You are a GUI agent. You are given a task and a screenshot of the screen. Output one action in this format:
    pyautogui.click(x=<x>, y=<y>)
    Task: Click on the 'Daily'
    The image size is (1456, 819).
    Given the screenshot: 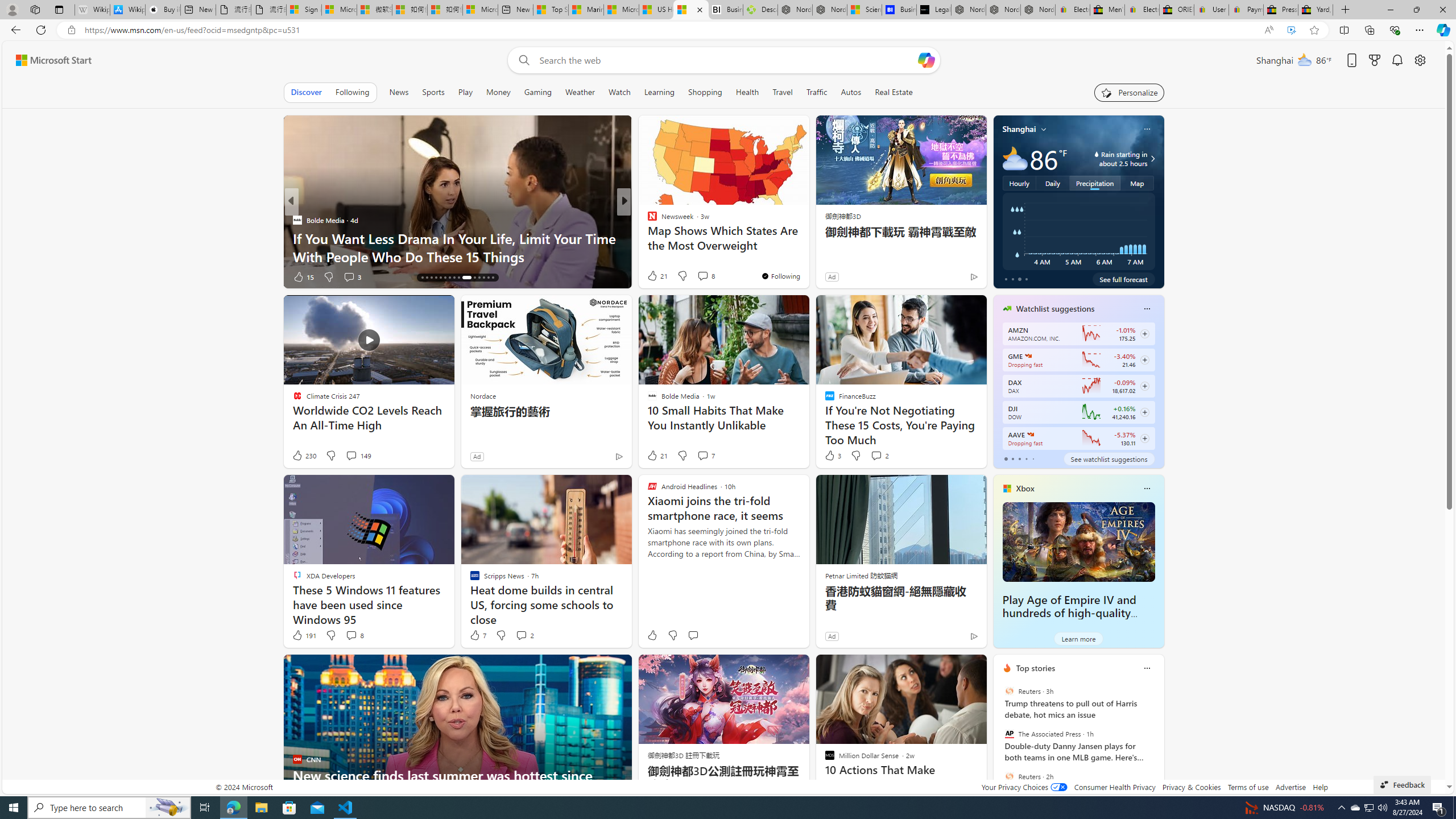 What is the action you would take?
    pyautogui.click(x=1052, y=183)
    